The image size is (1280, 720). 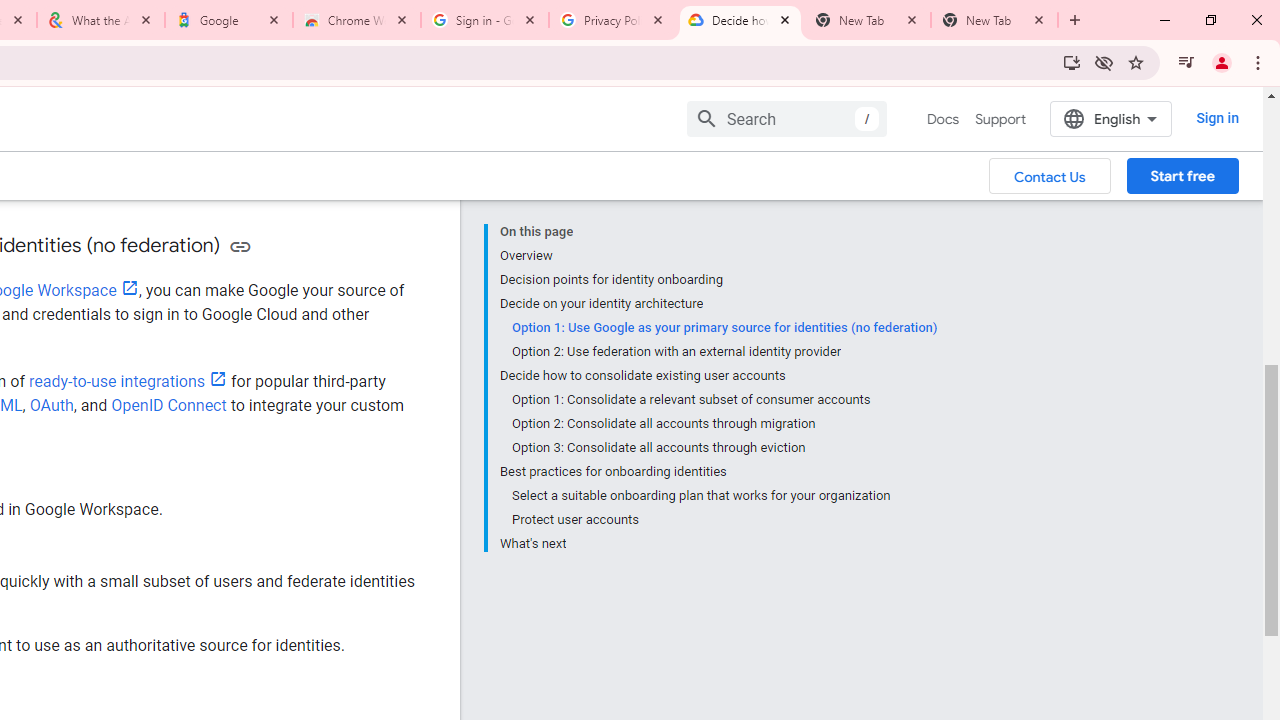 I want to click on 'Support', so click(x=1000, y=119).